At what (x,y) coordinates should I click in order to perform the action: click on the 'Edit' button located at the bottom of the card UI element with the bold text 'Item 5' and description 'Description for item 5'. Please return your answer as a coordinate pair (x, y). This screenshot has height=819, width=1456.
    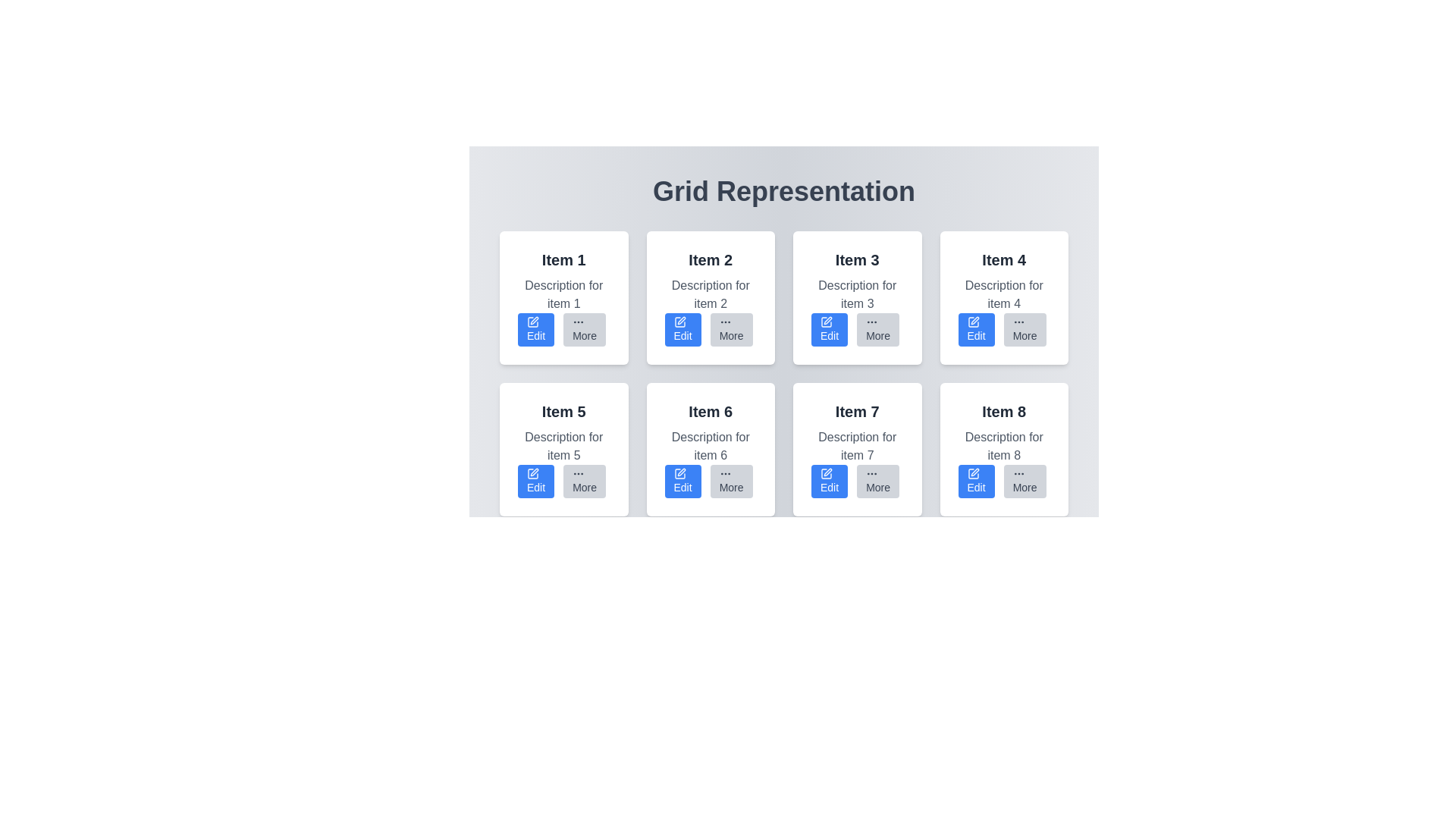
    Looking at the image, I should click on (563, 449).